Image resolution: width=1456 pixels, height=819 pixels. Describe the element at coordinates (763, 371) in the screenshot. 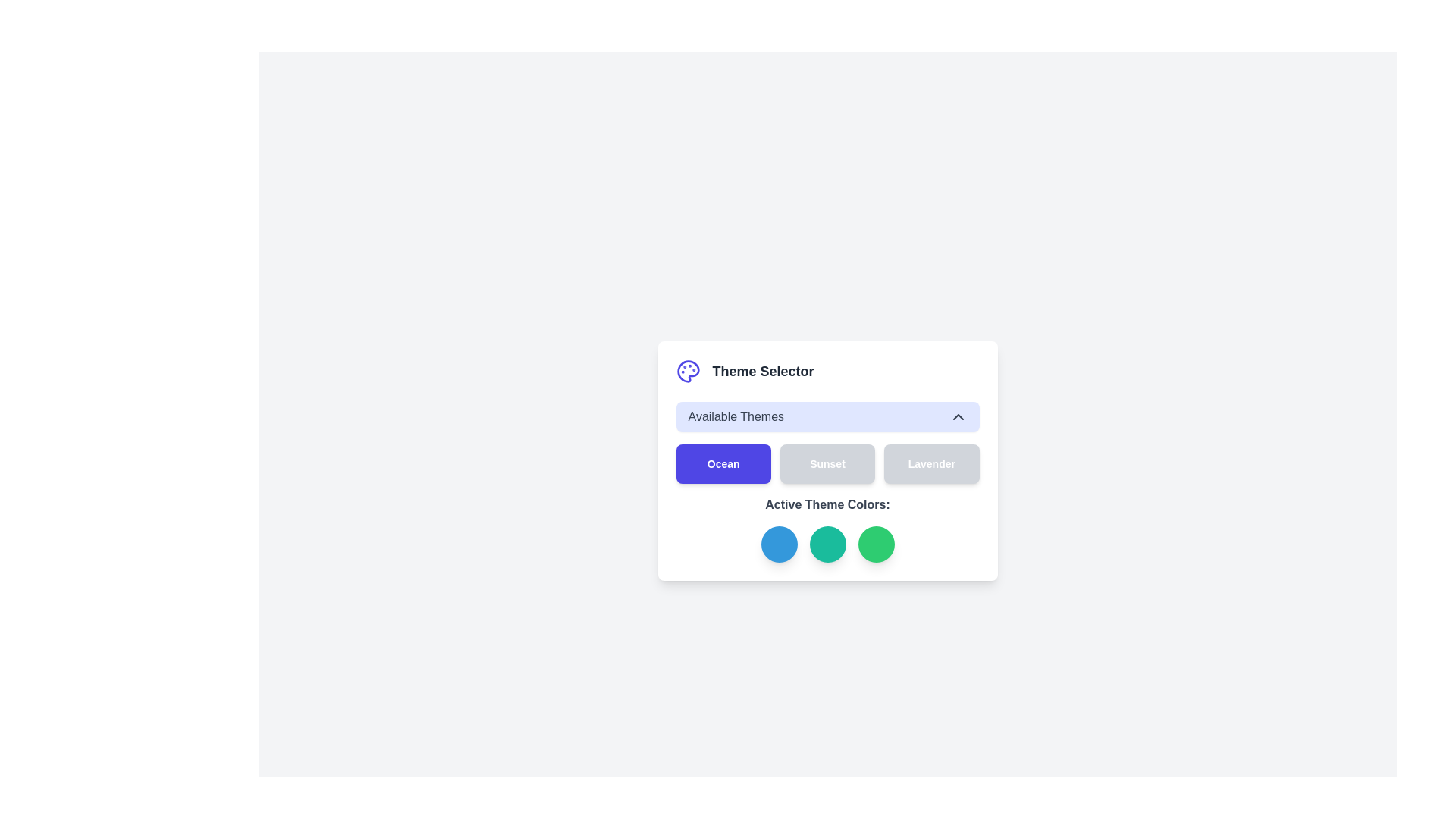

I see `the main heading text of the 'Theme Selector' panel, which indicates the purpose of the section below and is located to the right of a palette icon` at that location.